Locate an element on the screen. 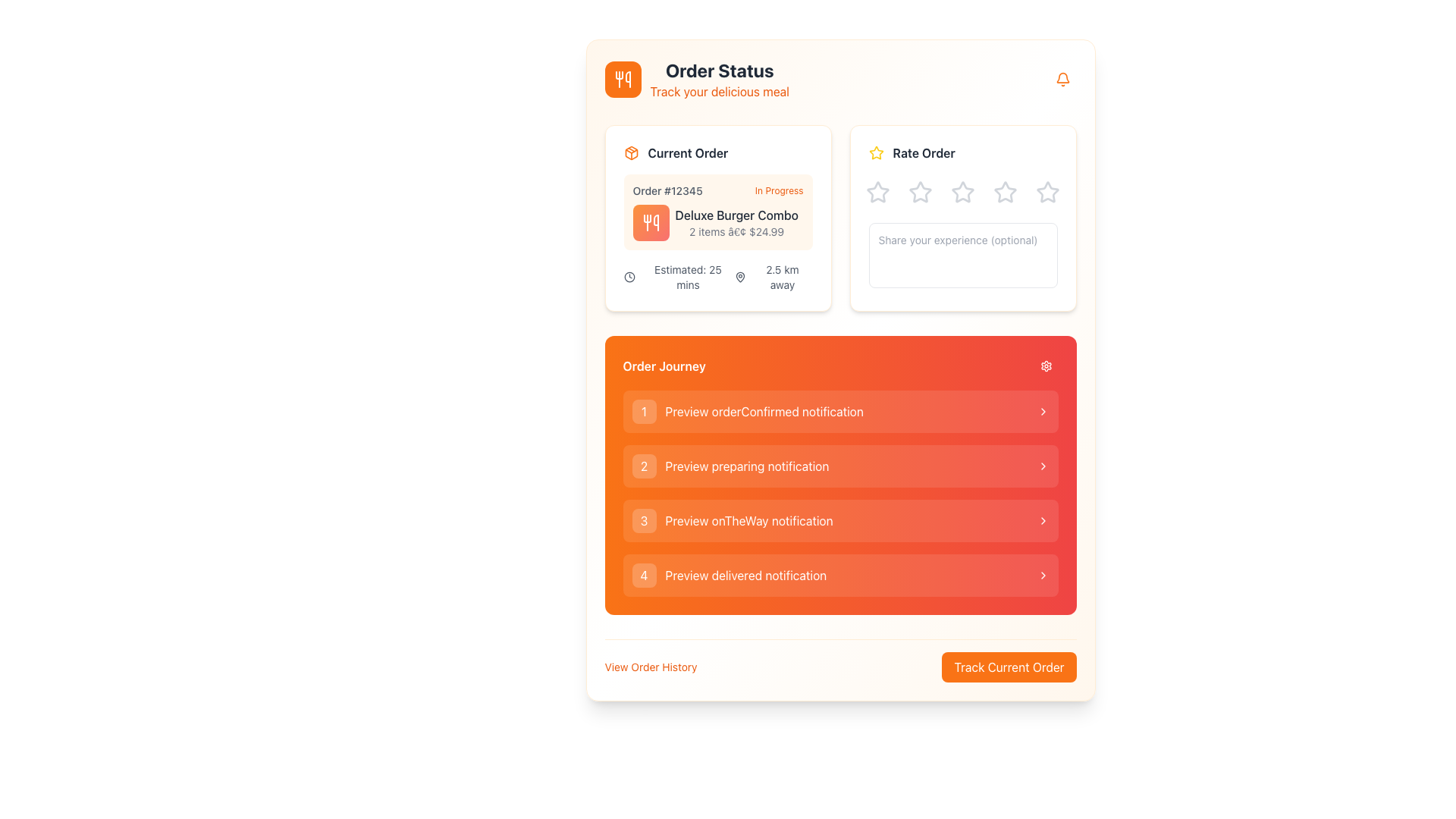 This screenshot has width=1456, height=819. the fifth star icon in the 'Rate Order' section is located at coordinates (1047, 192).